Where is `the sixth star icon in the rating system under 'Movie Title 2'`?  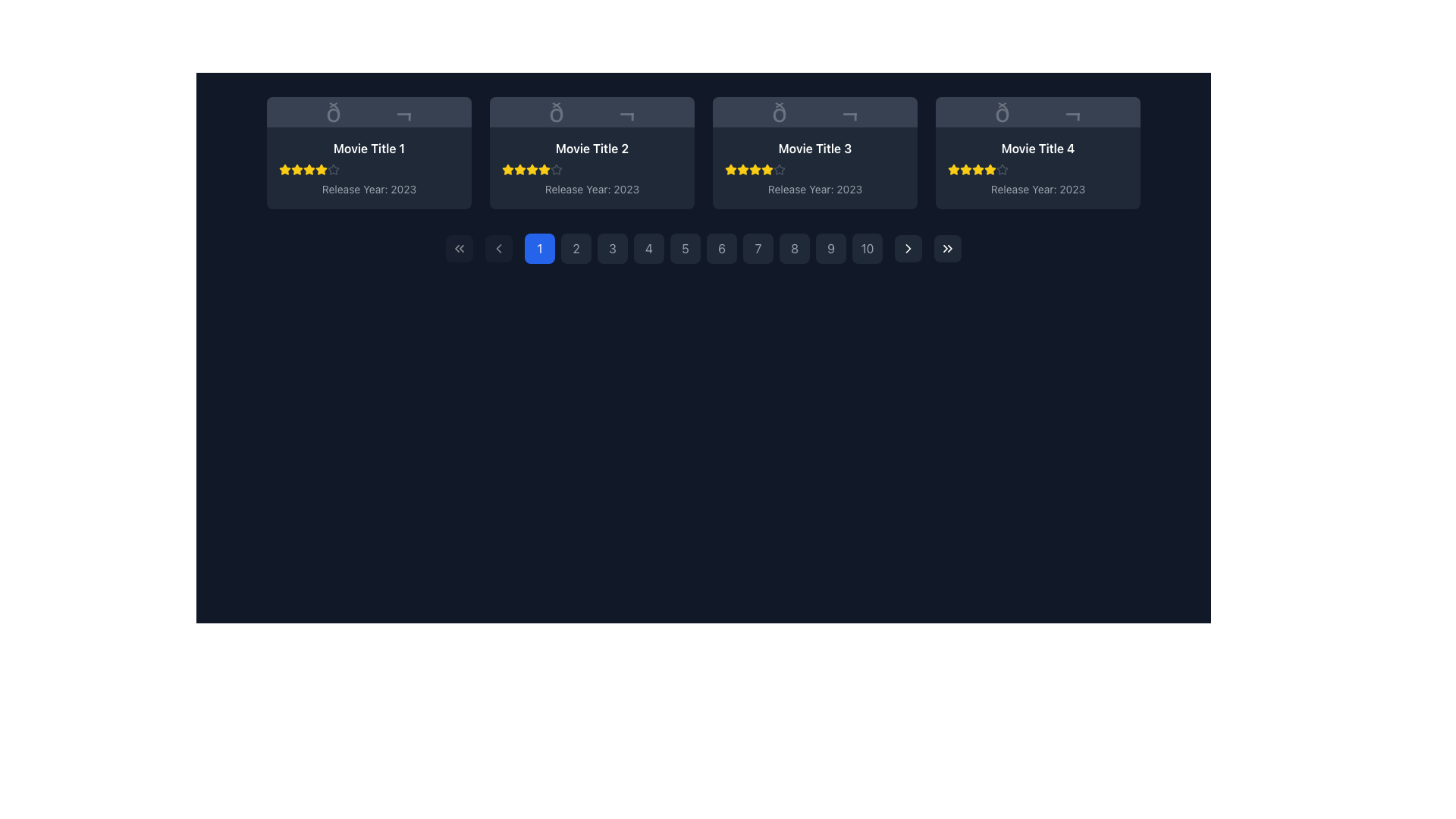 the sixth star icon in the rating system under 'Movie Title 2' is located at coordinates (544, 169).